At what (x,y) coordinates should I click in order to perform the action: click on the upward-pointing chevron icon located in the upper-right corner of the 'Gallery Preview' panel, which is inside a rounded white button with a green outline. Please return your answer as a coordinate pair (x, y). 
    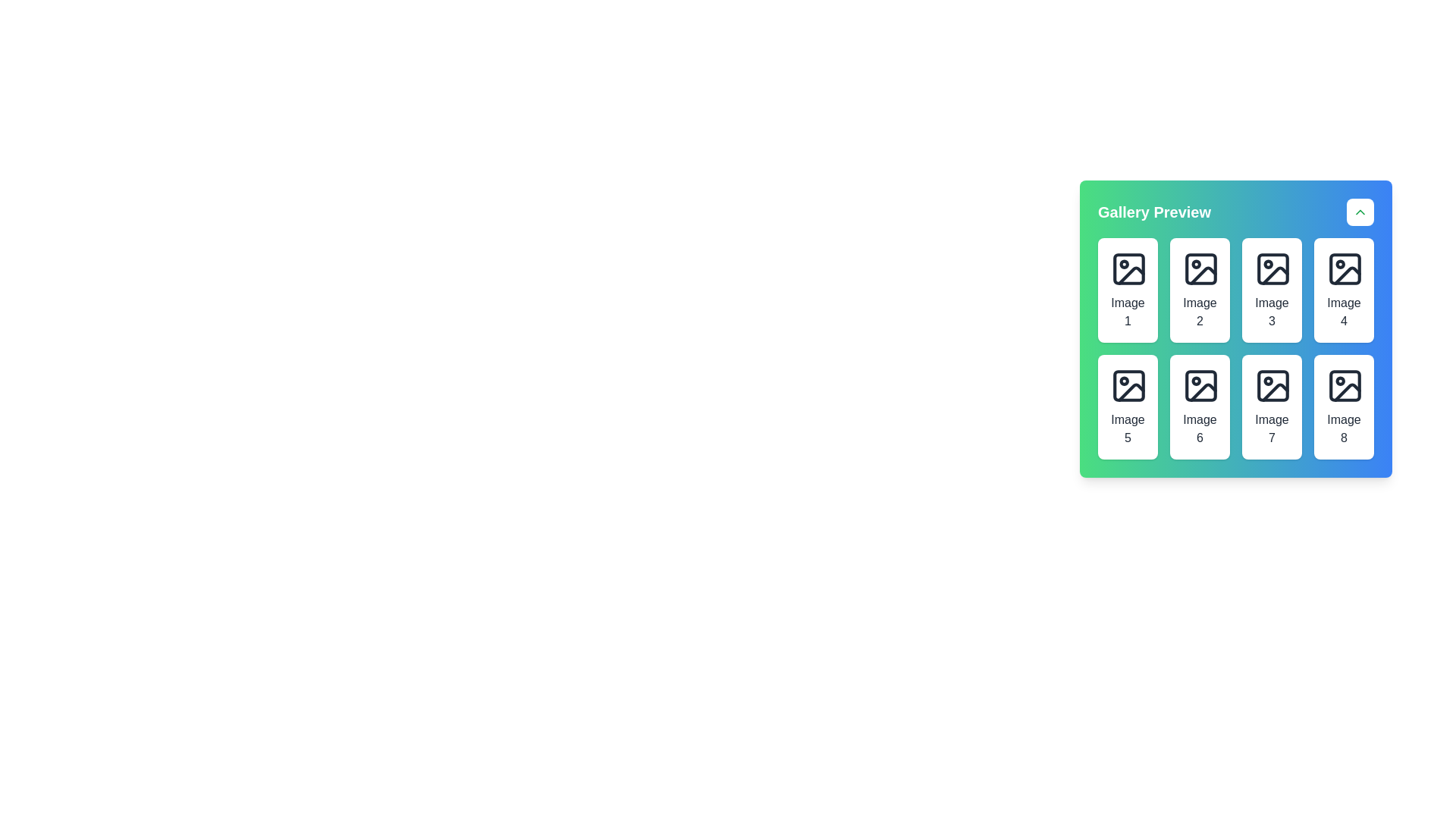
    Looking at the image, I should click on (1360, 212).